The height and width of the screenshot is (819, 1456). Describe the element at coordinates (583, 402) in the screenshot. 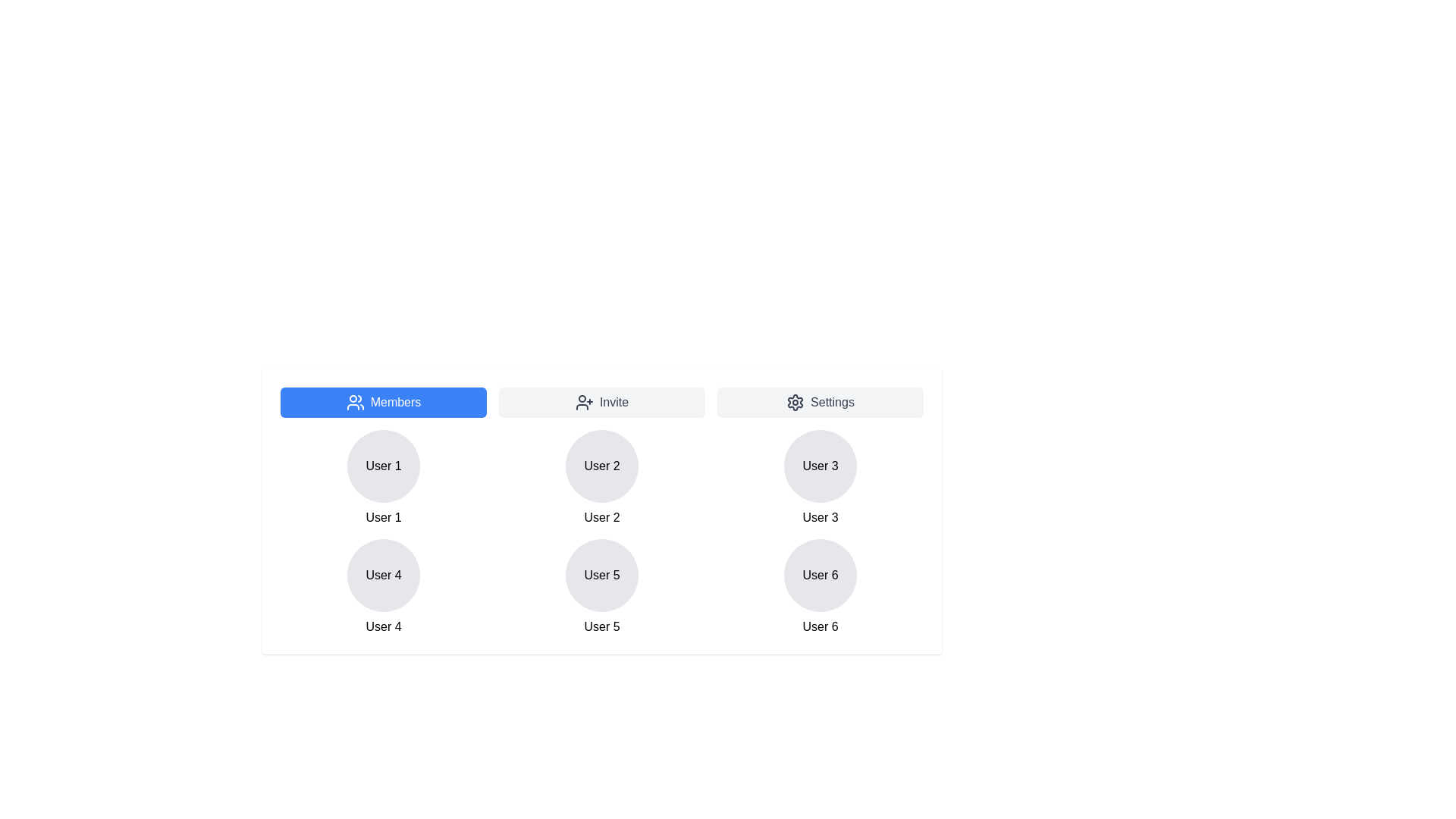

I see `the icon representing a plus sign adjacent to a user profile silhouette, located within the 'Invite' button, positioned between 'Members' and 'Settings' buttons` at that location.